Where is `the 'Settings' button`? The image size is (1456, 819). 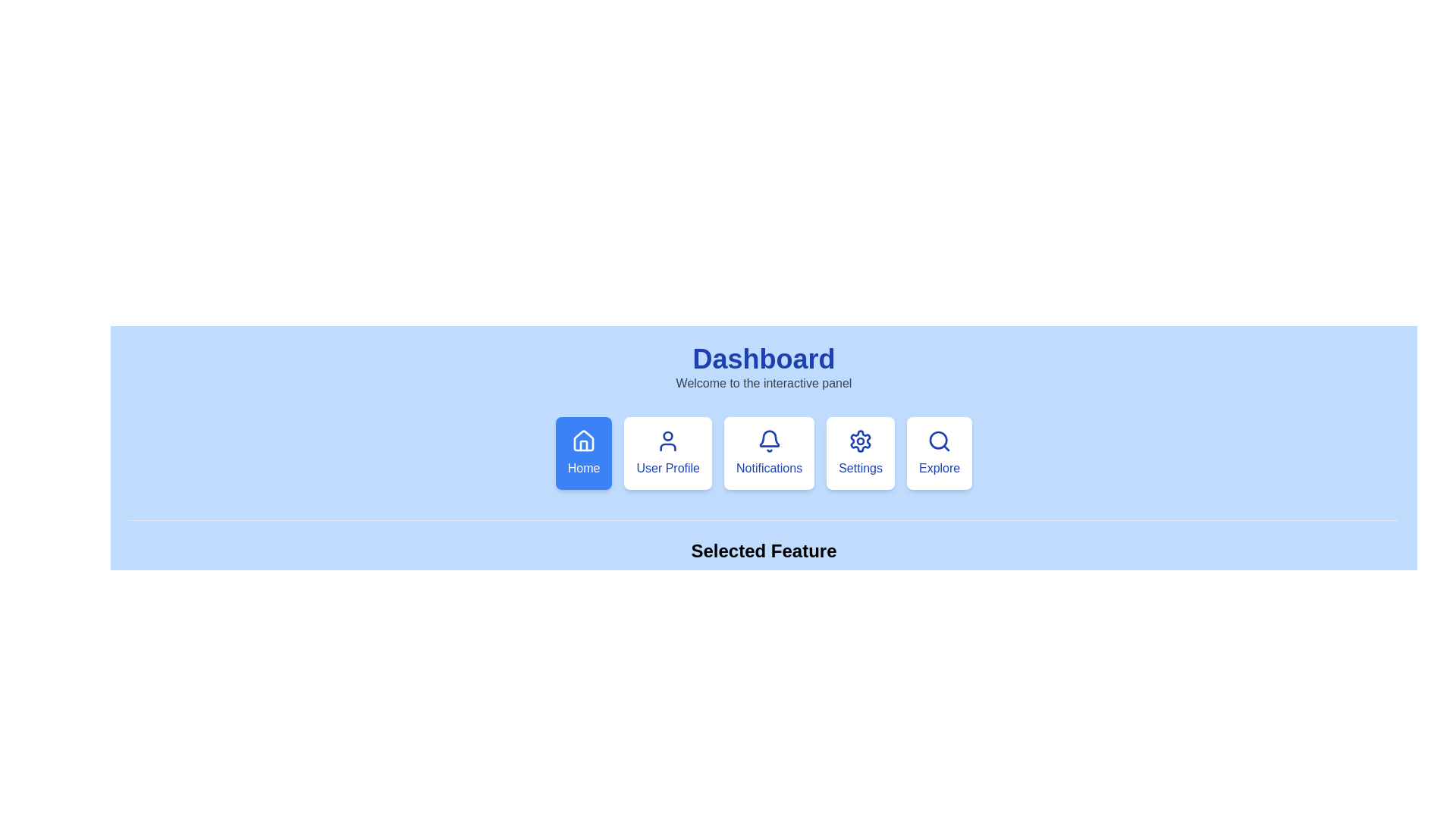 the 'Settings' button is located at coordinates (861, 452).